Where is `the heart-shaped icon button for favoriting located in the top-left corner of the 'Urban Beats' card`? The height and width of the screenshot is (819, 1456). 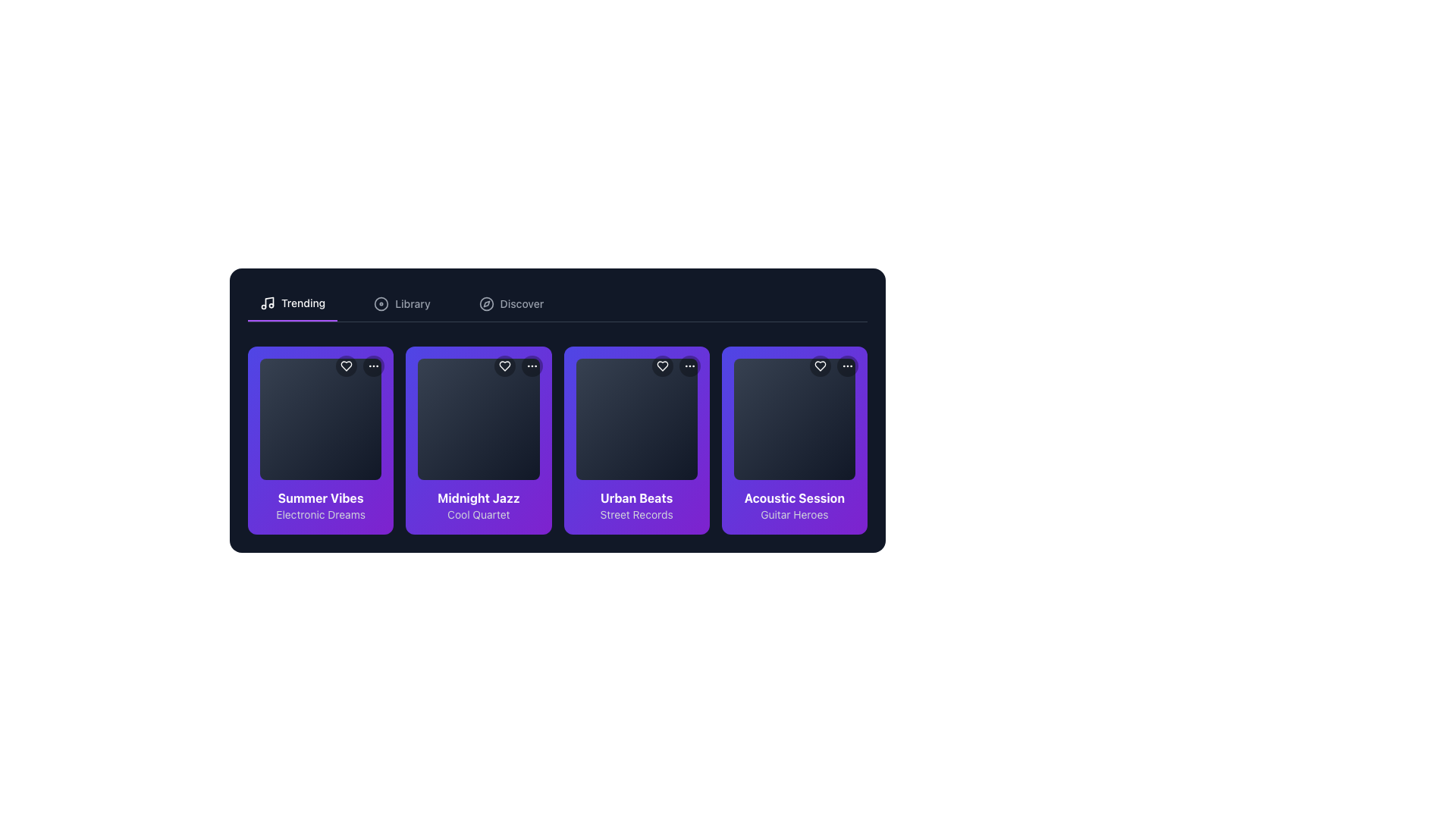
the heart-shaped icon button for favoriting located in the top-left corner of the 'Urban Beats' card is located at coordinates (662, 366).